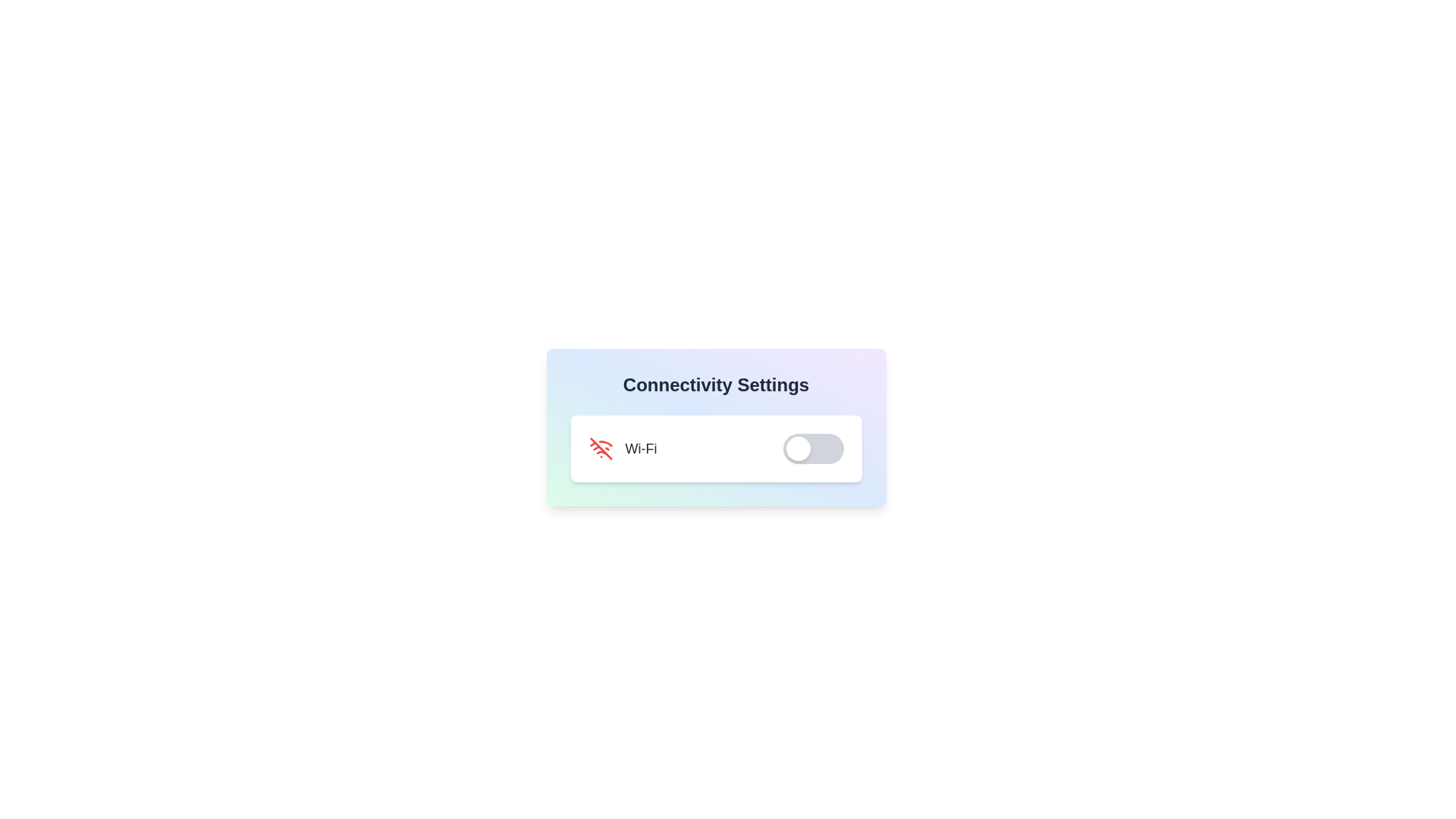  Describe the element at coordinates (604, 444) in the screenshot. I see `the Wi-Fi symbol icon, which is part of a rounded rectangle card labeled 'Wi-Fi' located in the upper left of the card under 'Connectivity Settings'` at that location.